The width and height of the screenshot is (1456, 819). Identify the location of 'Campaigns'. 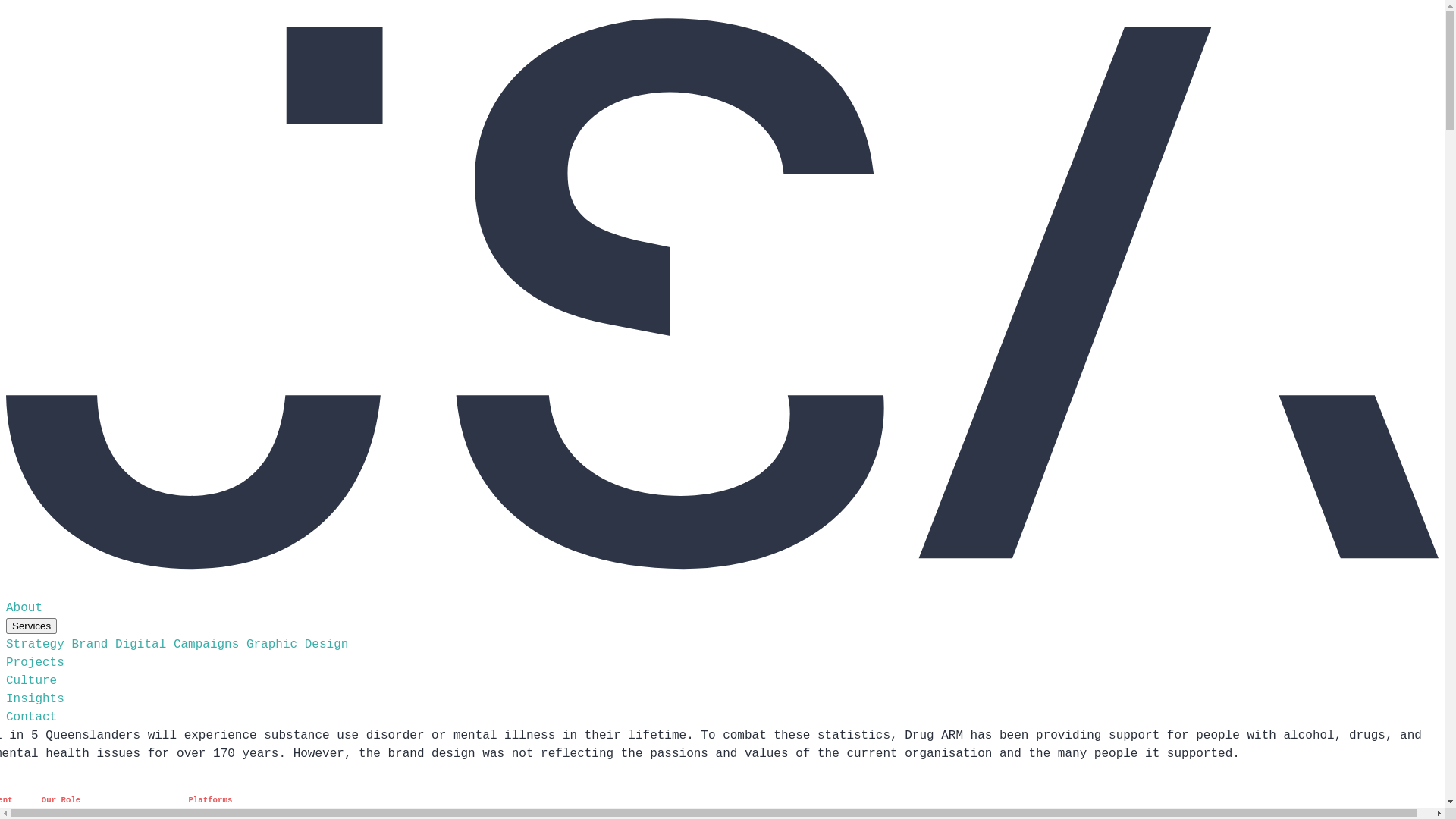
(206, 644).